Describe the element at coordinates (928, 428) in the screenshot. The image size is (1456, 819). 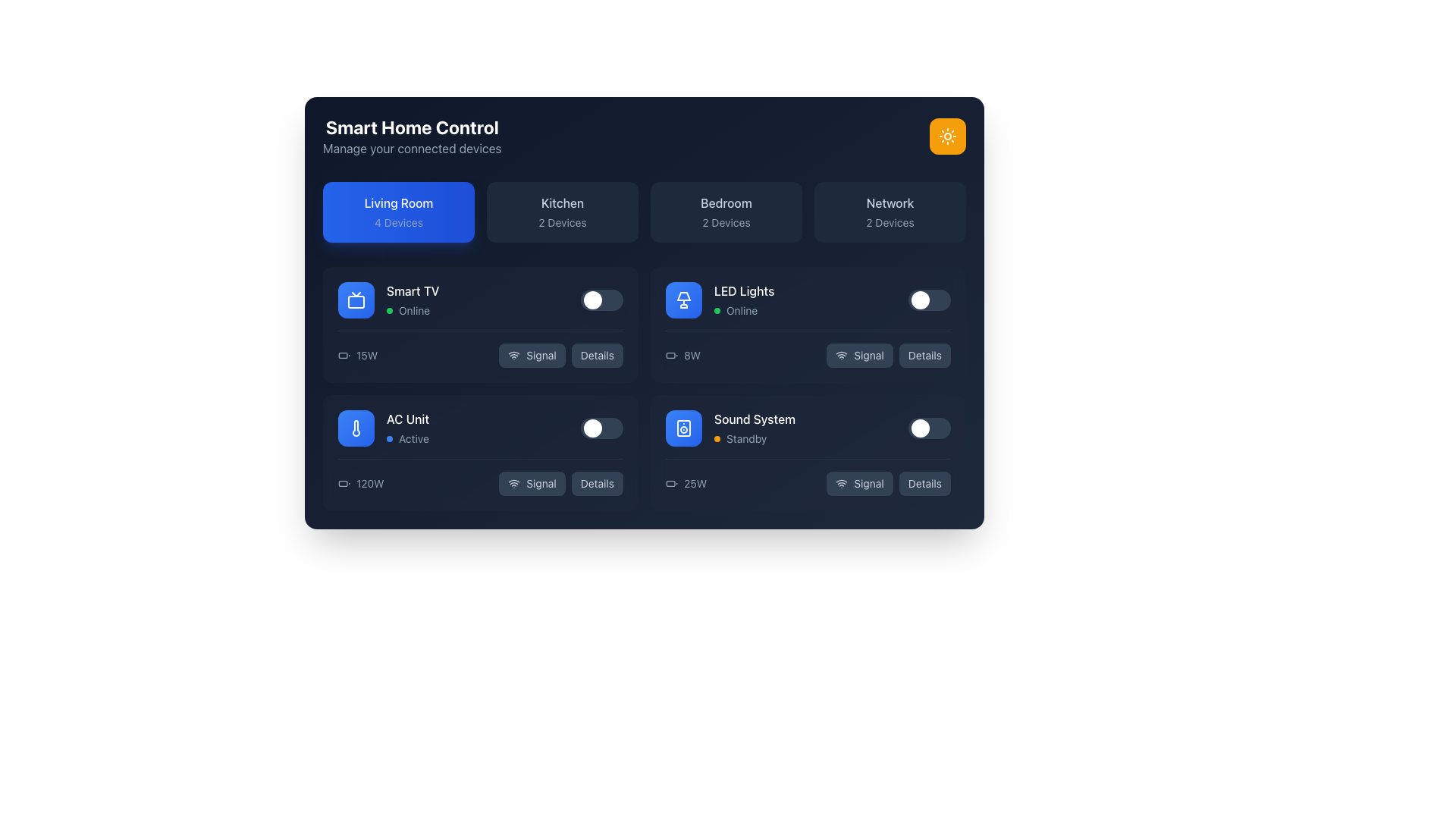
I see `the toggle switch for the 'Sound System'` at that location.